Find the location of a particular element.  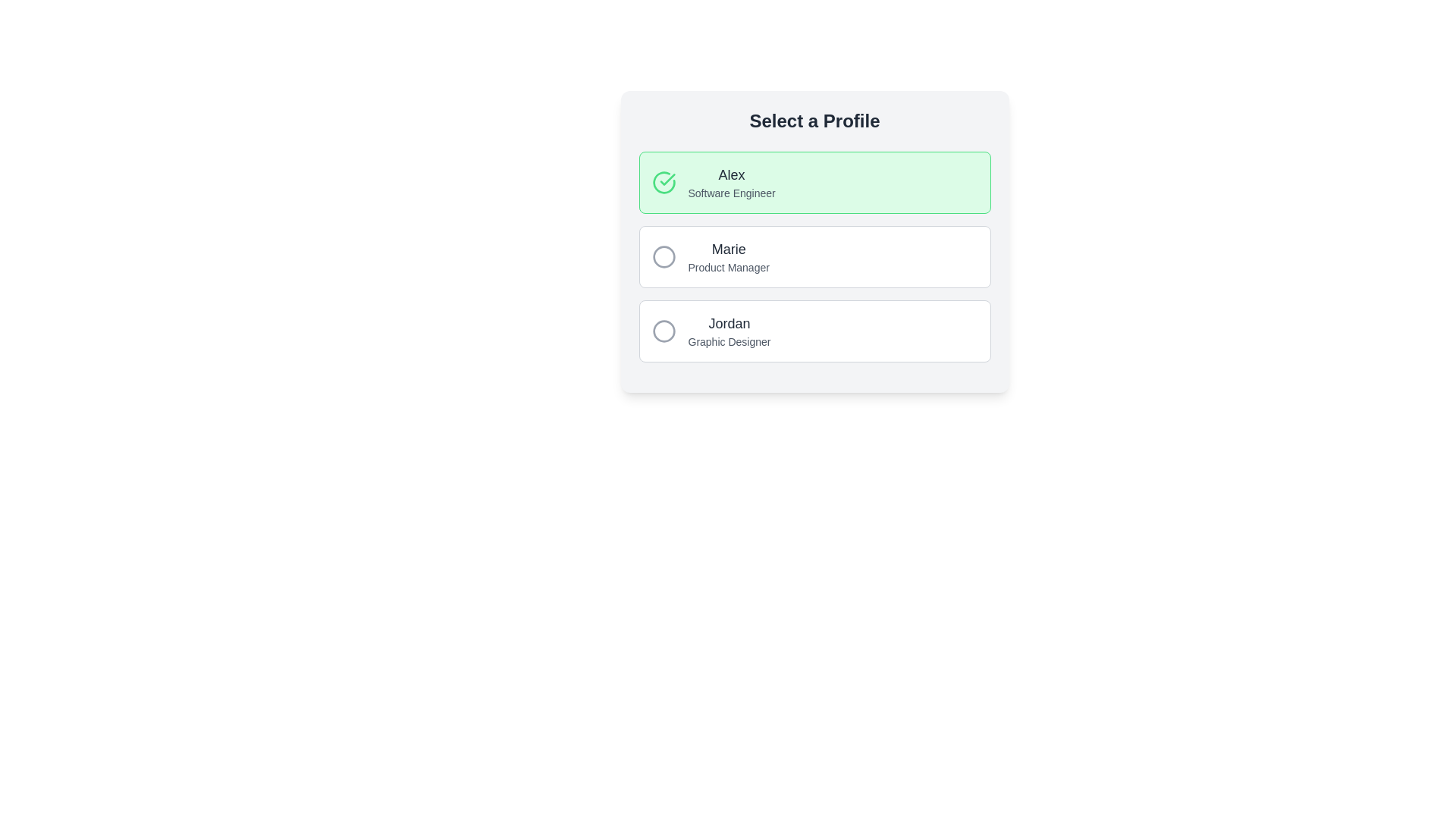

the Text Display element that shows the name and occupation of an individual, located at the bottom of a vertical list within a card component, specifically the third entry after 'Alex Software Engineer' and 'Marie Product Manager' is located at coordinates (729, 330).